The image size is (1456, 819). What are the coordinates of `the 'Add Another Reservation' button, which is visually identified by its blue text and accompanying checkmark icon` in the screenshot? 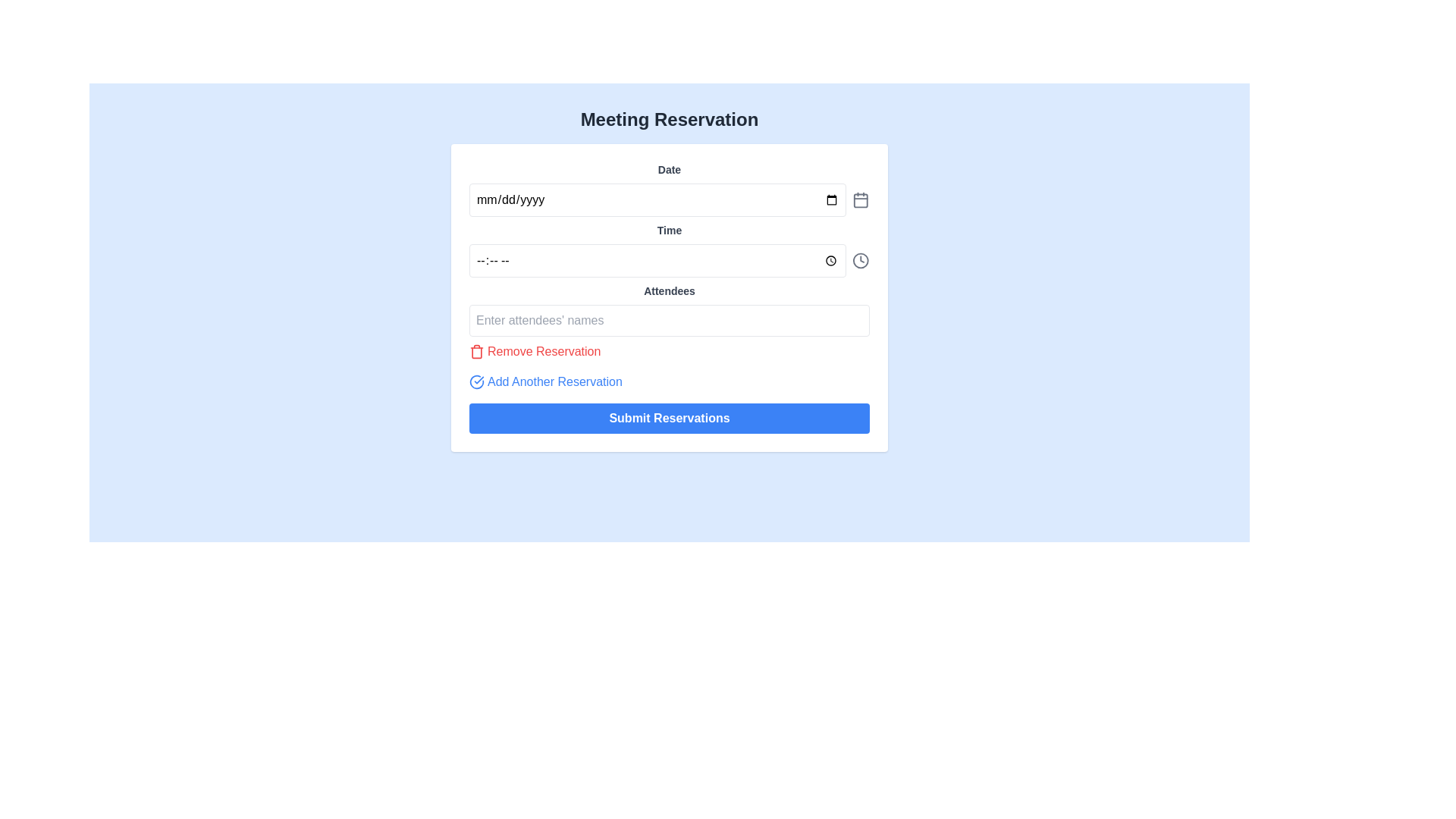 It's located at (546, 381).